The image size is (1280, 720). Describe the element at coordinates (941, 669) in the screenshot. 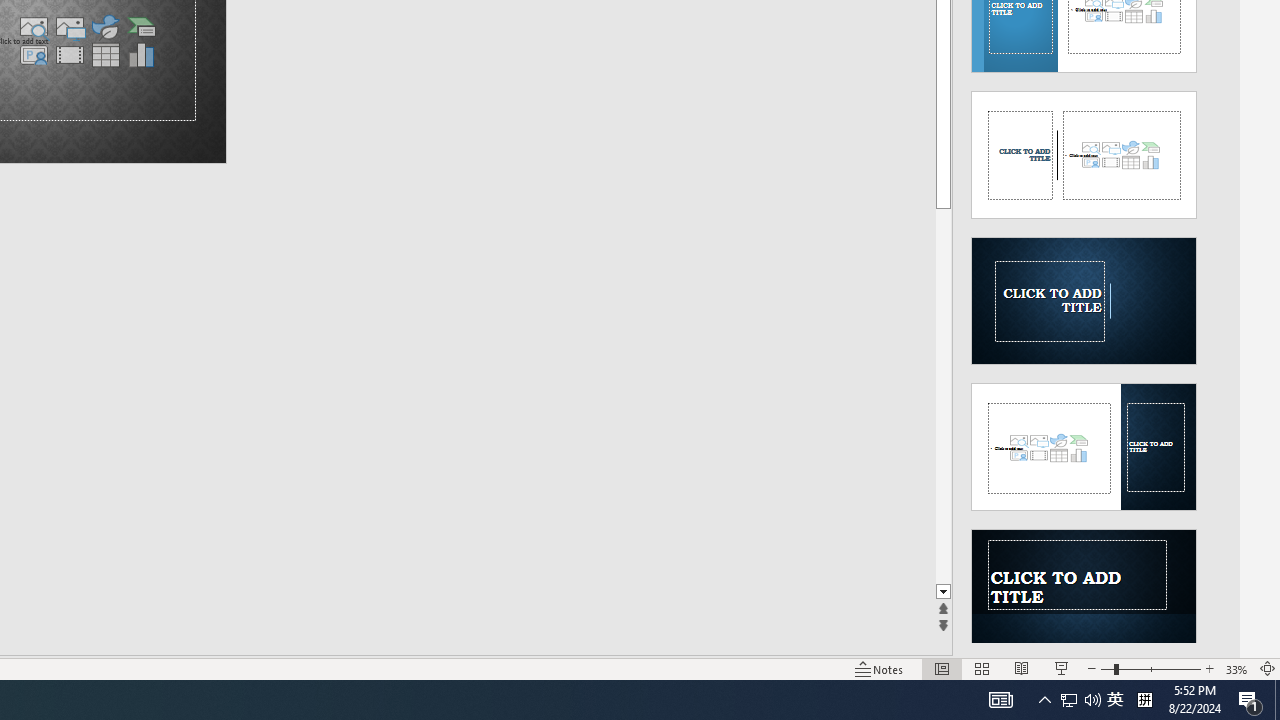

I see `'Normal'` at that location.